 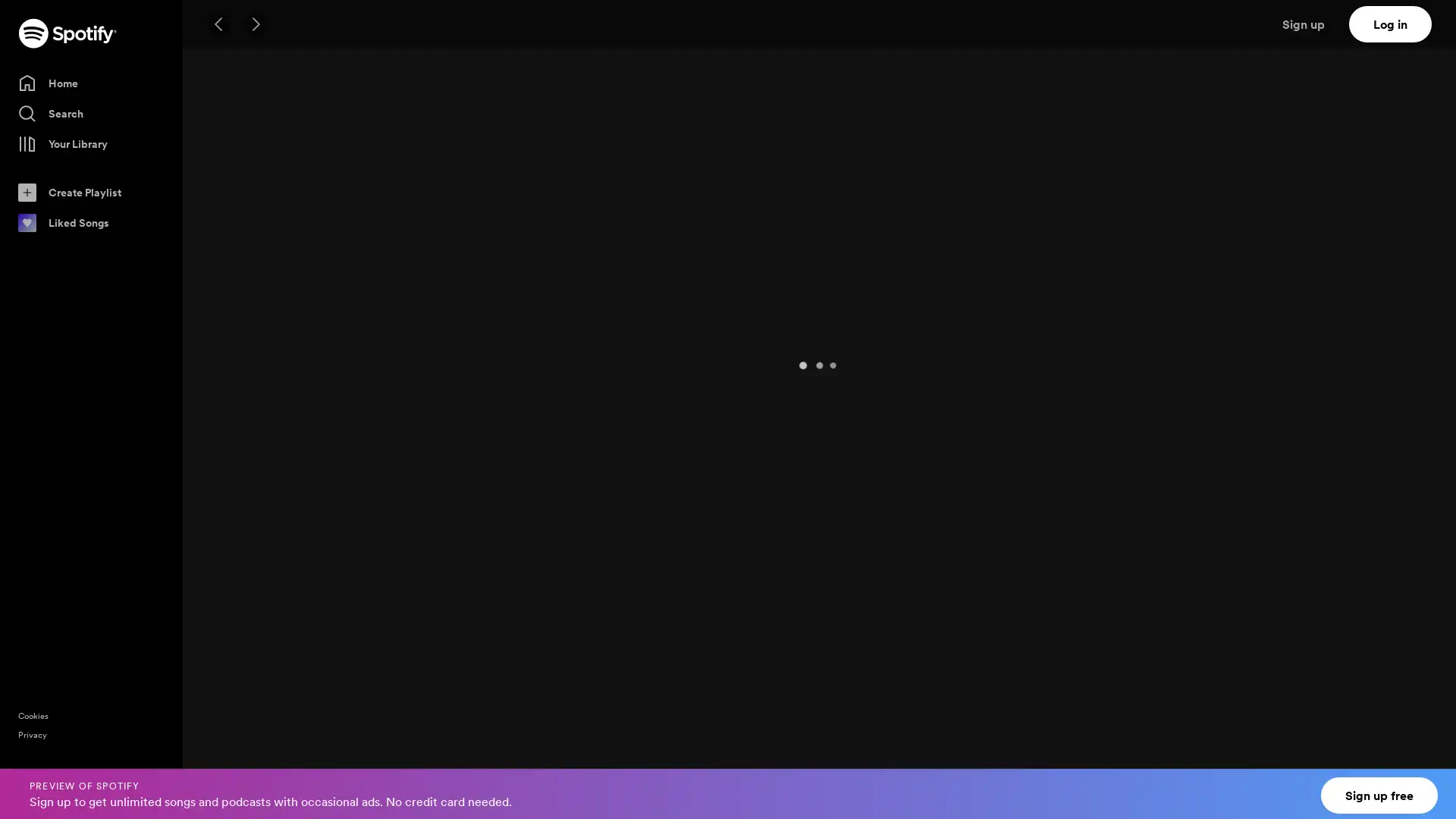 I want to click on Close, so click(x=1430, y=784).